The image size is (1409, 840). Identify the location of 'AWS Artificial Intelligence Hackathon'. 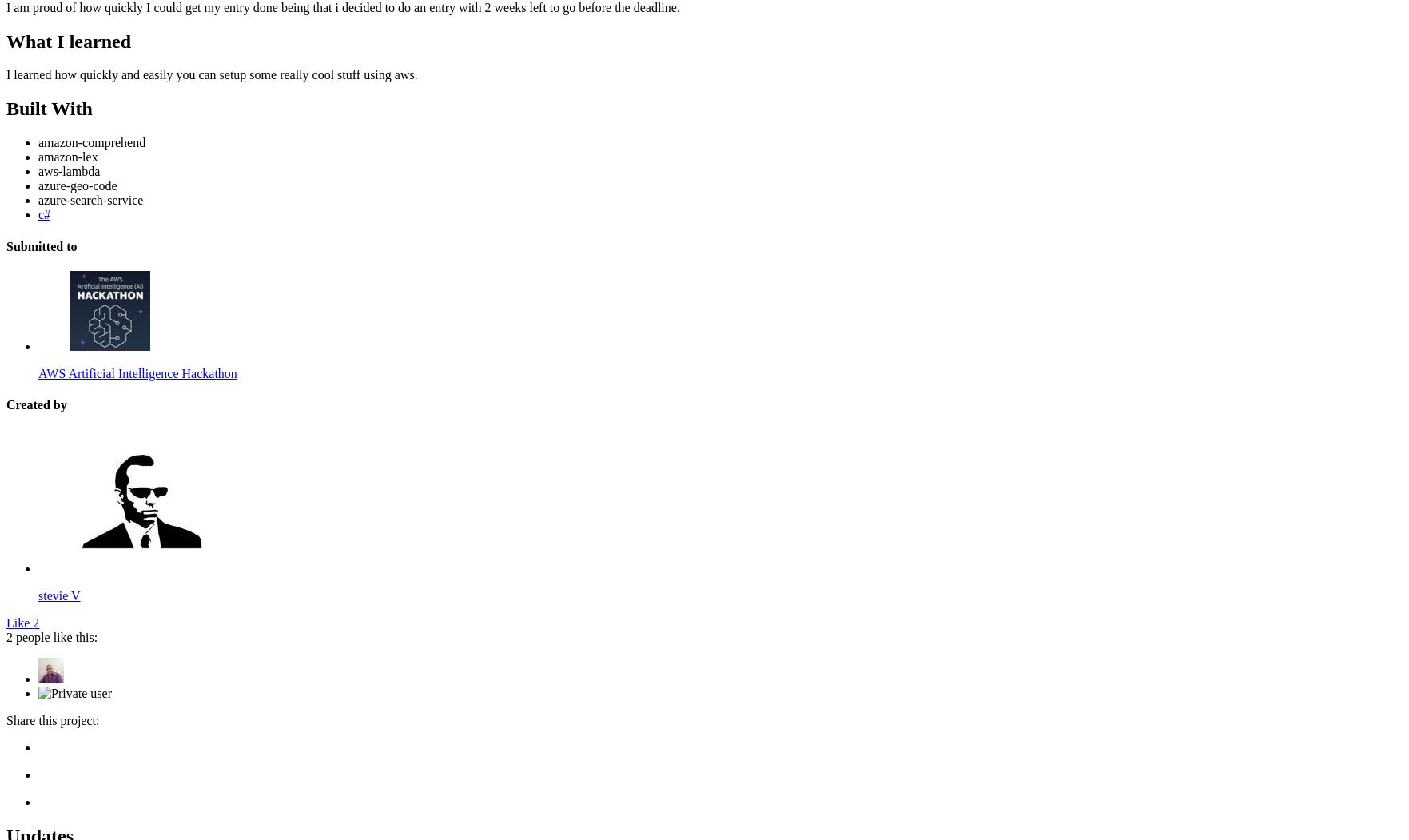
(137, 372).